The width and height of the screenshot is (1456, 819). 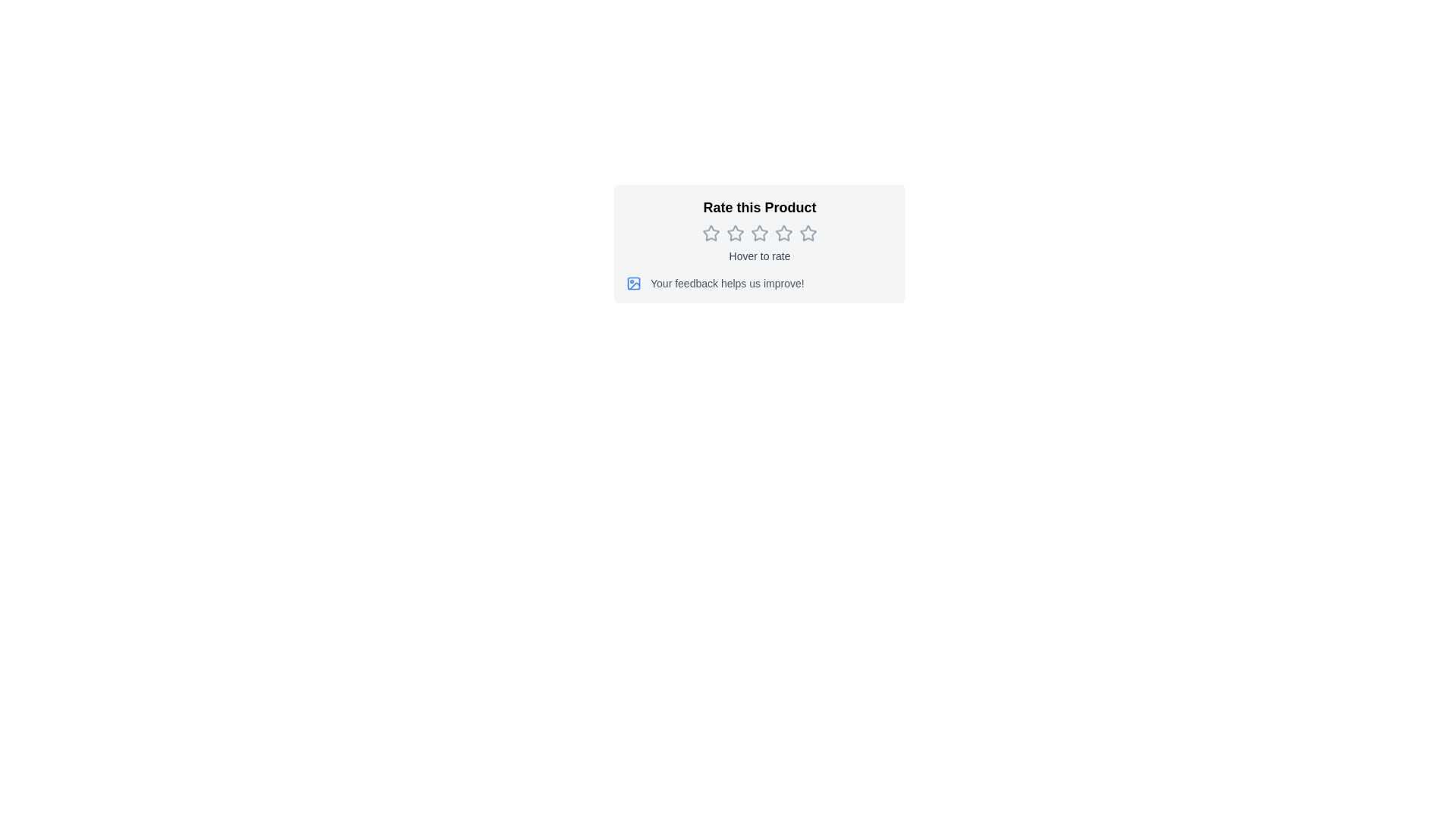 I want to click on the third star in the five-star rating system, so click(x=783, y=233).